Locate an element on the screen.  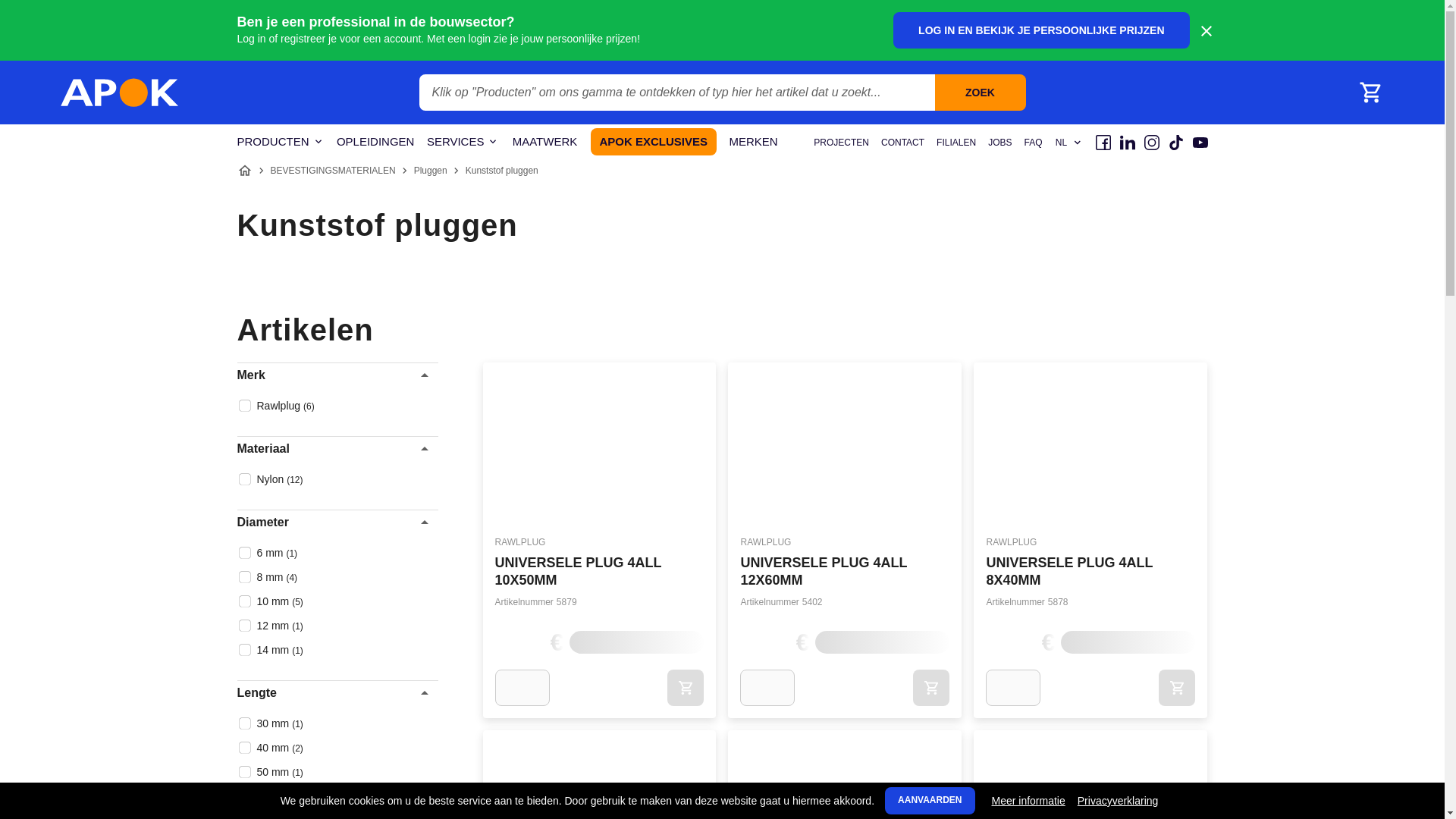
'Kunststof pluggen' is located at coordinates (502, 170).